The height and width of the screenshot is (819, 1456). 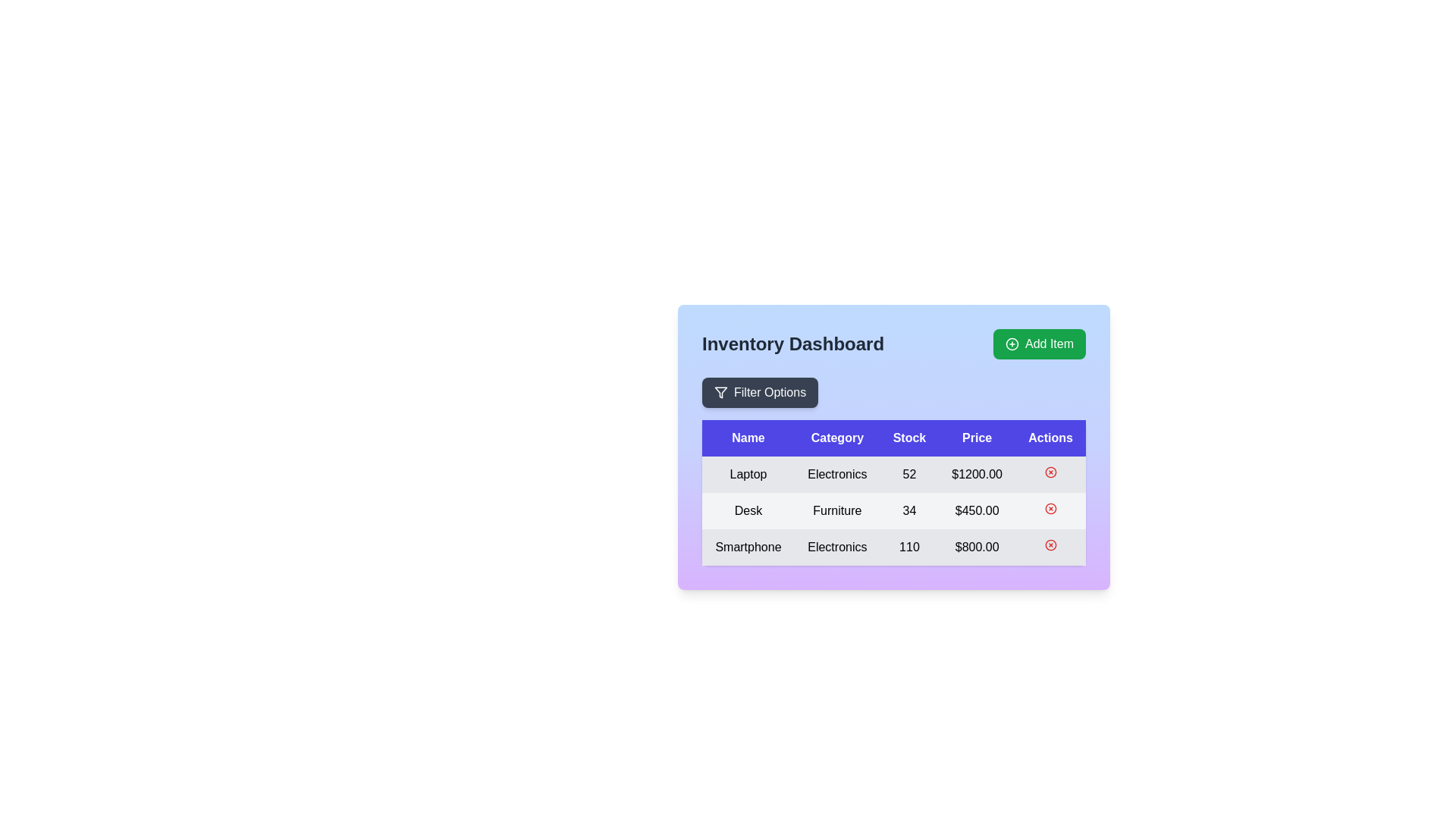 I want to click on the text label displaying 'Smartphone' located in the third row of the table under the 'Name' column with a light gray background, so click(x=748, y=547).